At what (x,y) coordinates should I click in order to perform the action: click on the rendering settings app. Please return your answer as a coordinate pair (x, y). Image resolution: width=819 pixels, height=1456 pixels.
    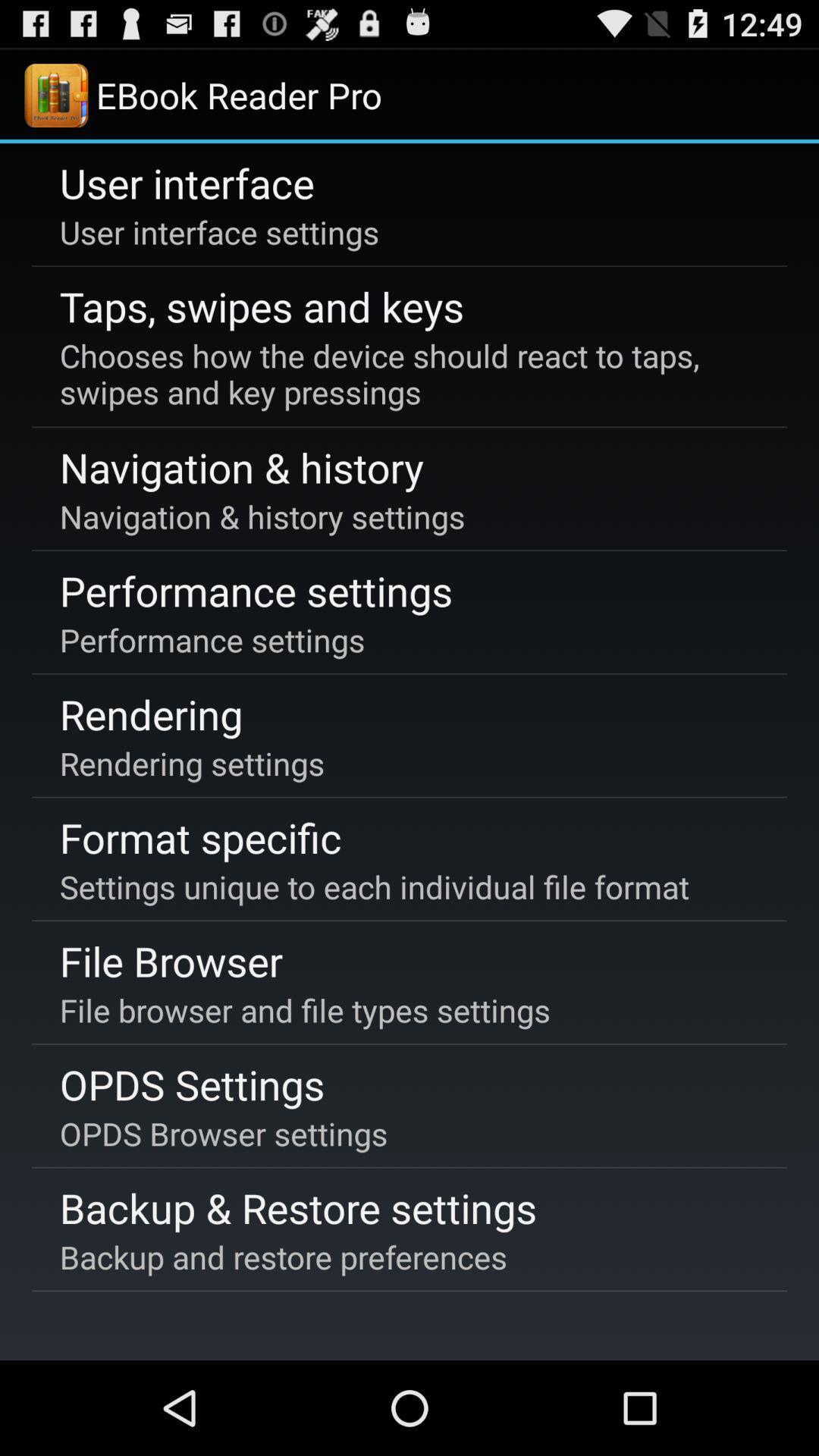
    Looking at the image, I should click on (191, 763).